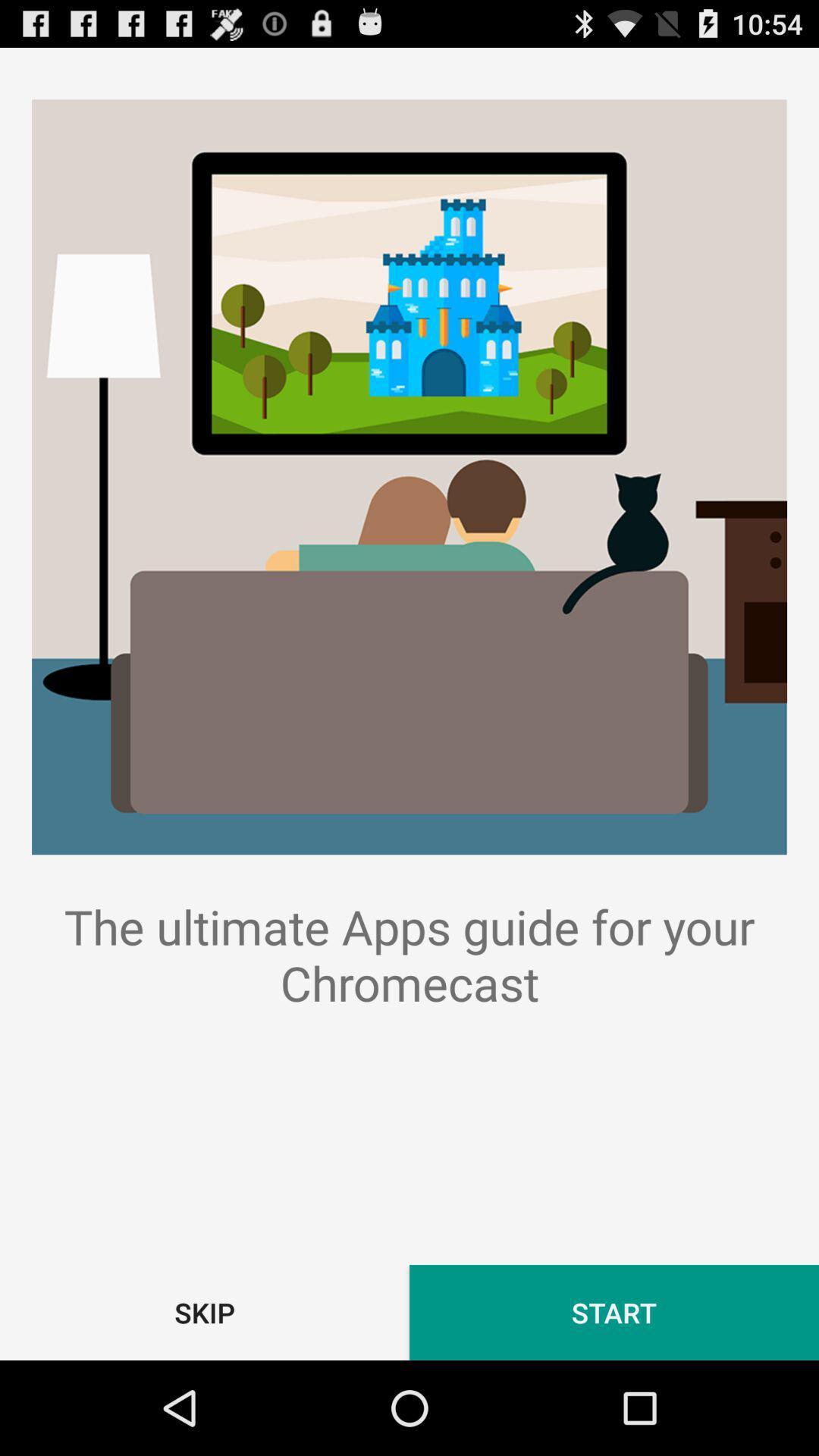 The width and height of the screenshot is (819, 1456). What do you see at coordinates (614, 1312) in the screenshot?
I see `the start` at bounding box center [614, 1312].